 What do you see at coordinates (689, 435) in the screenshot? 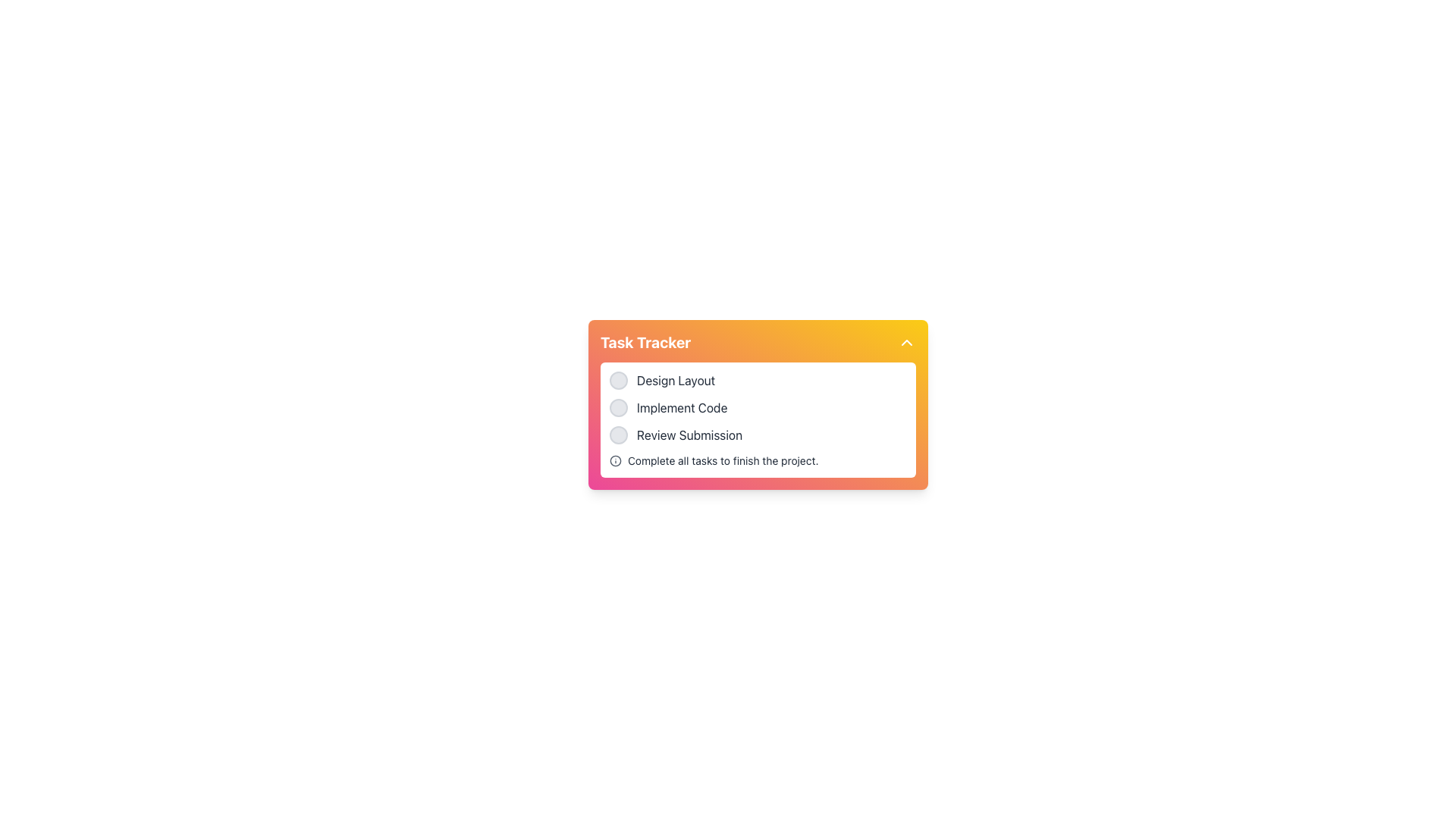
I see `the 'Review Submission' text label in the 'Task Tracker' interface to mark selection if interactivity is added later` at bounding box center [689, 435].